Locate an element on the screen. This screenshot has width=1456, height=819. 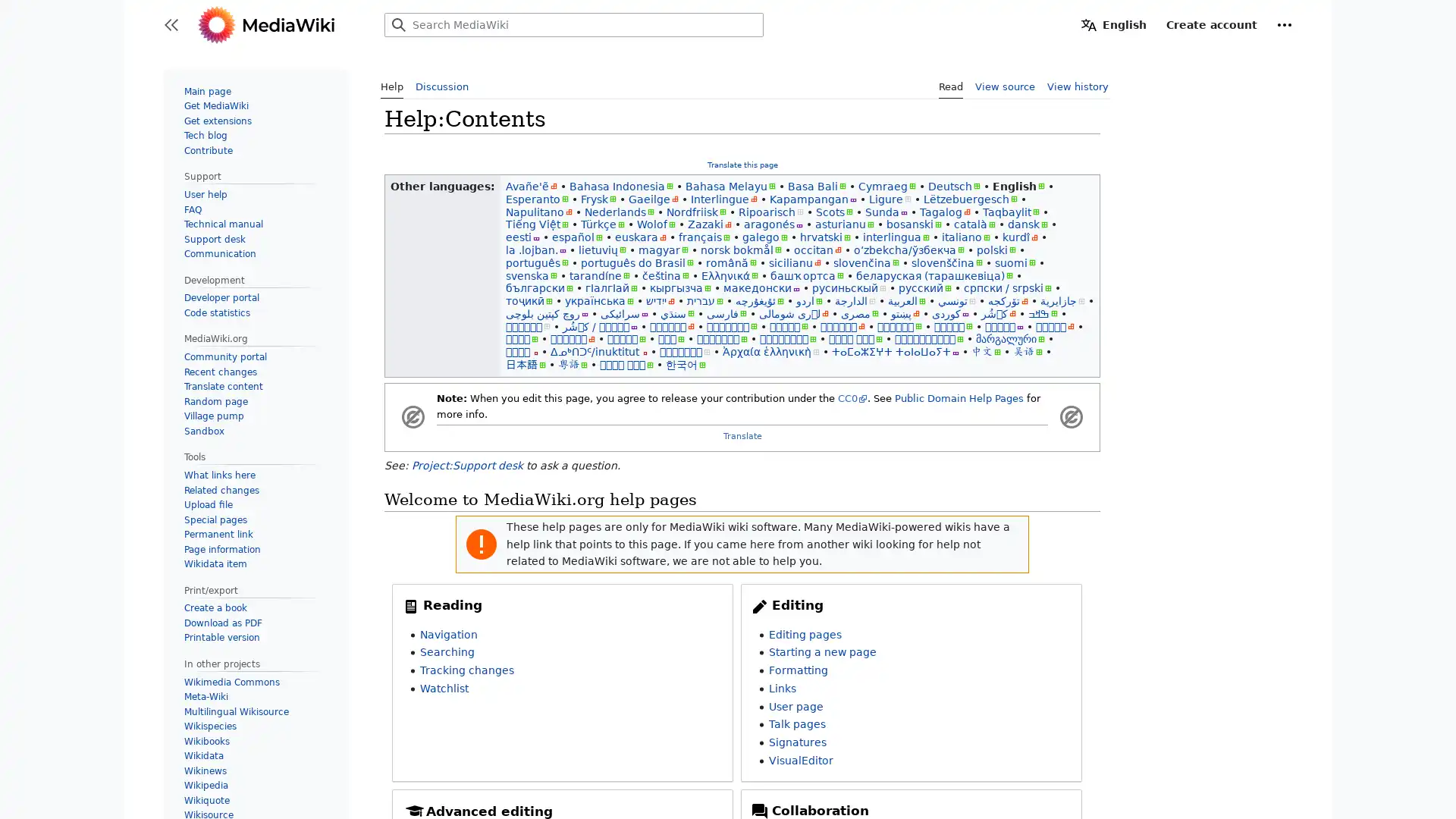
Go is located at coordinates (399, 25).